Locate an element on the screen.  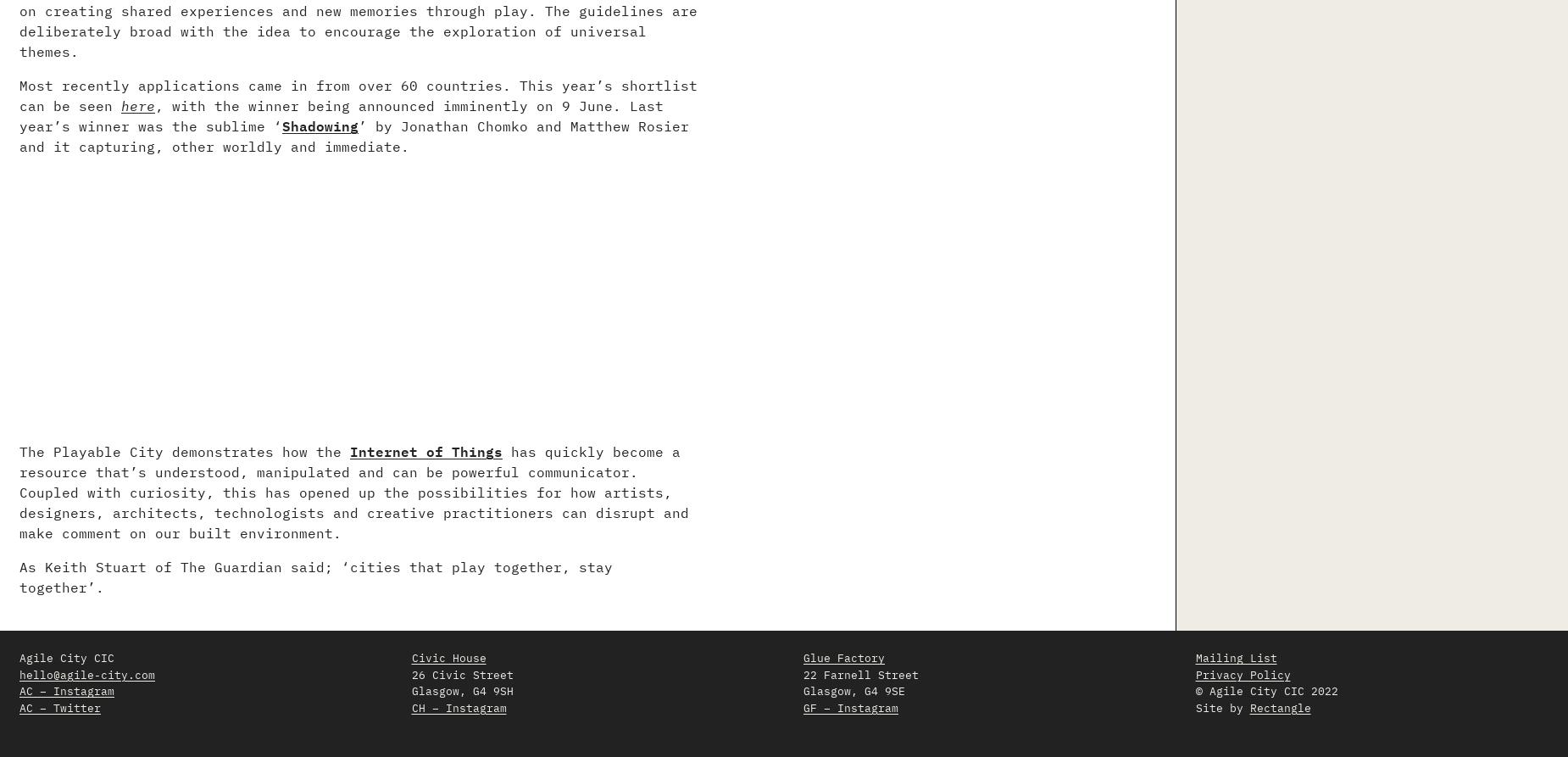
'Civic House' is located at coordinates (448, 657).